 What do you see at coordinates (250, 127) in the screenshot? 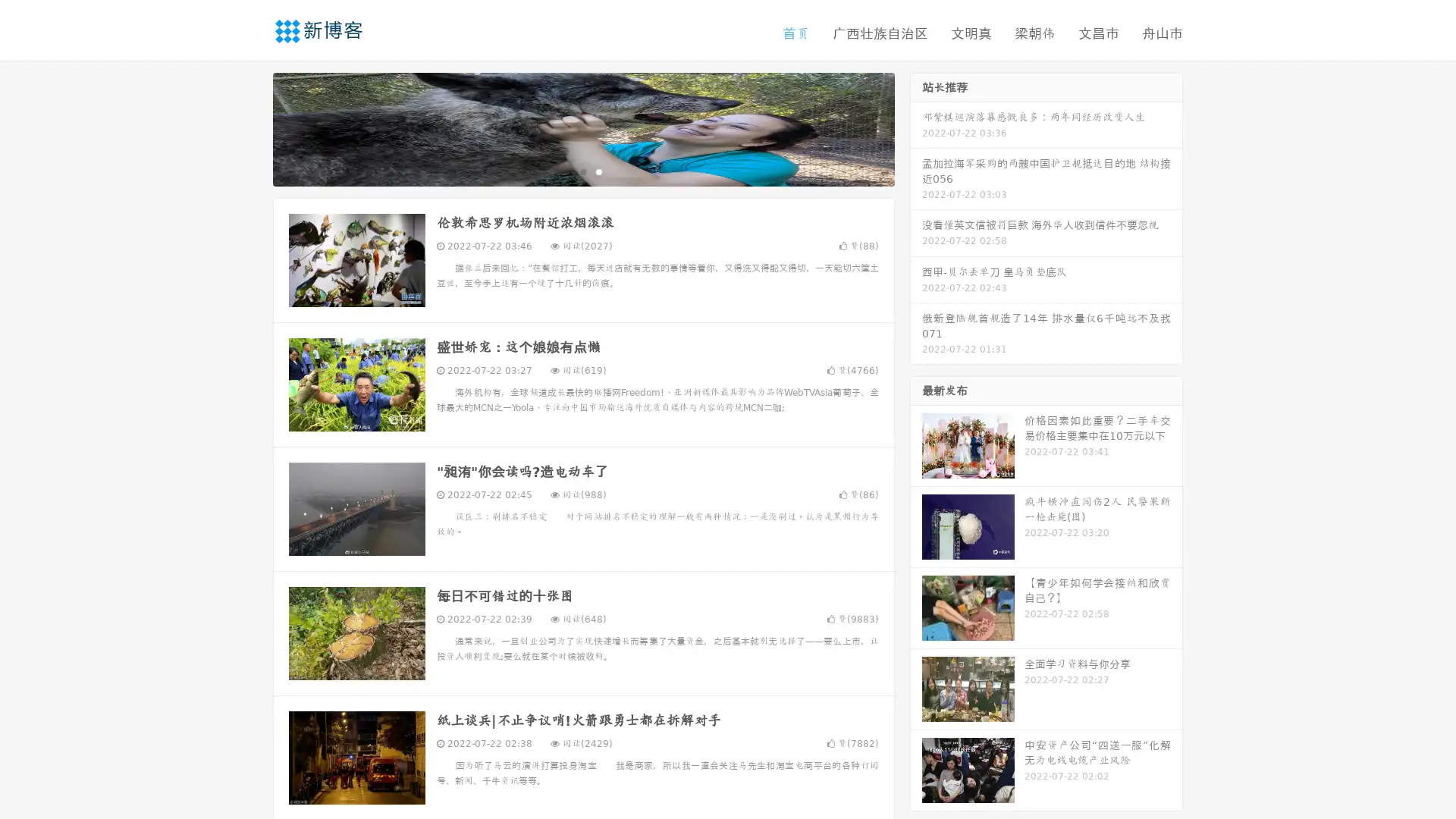
I see `Previous slide` at bounding box center [250, 127].